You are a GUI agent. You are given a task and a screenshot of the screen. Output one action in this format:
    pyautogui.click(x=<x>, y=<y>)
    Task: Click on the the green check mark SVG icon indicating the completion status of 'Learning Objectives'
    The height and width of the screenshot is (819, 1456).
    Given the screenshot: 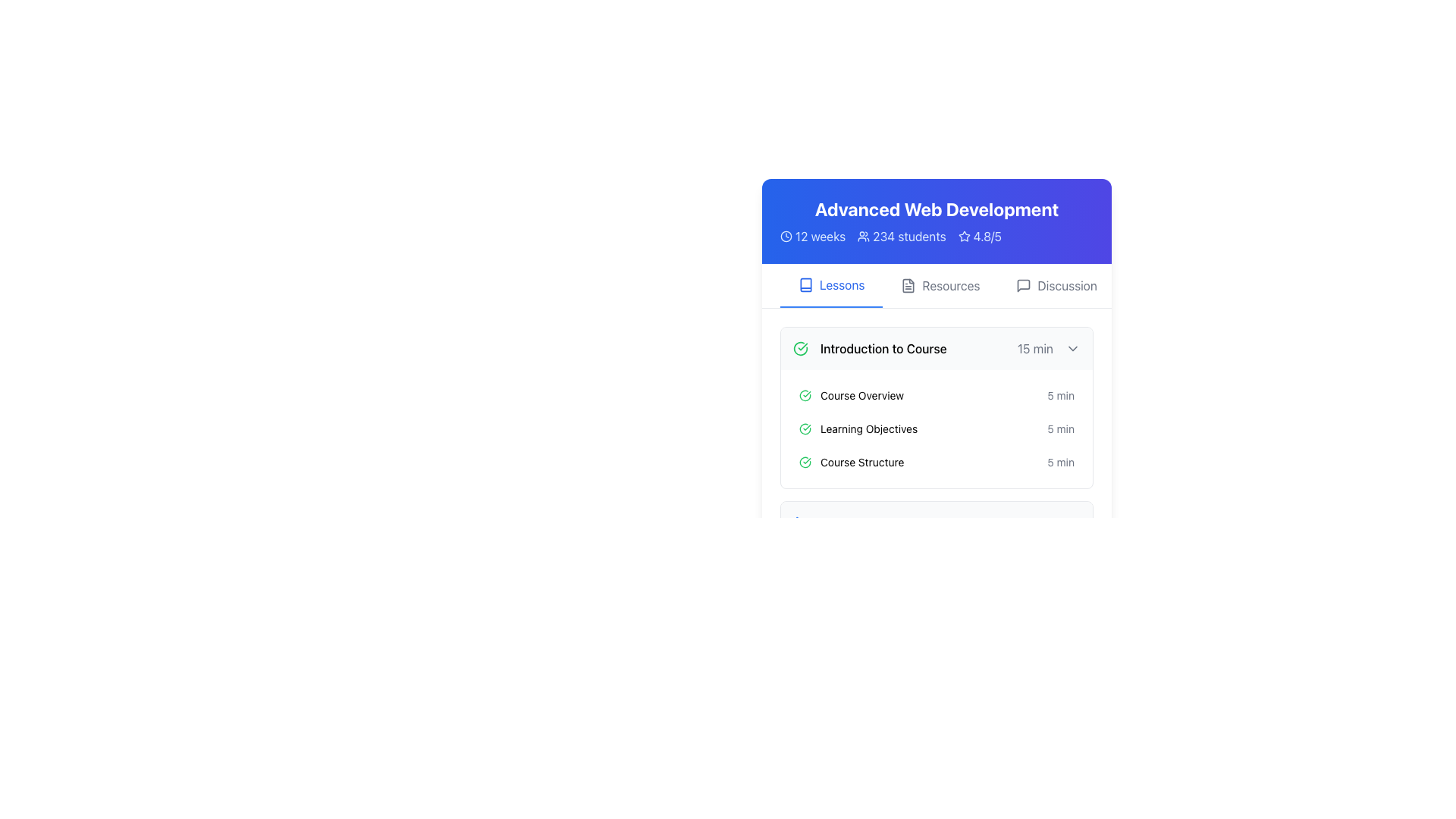 What is the action you would take?
    pyautogui.click(x=804, y=429)
    